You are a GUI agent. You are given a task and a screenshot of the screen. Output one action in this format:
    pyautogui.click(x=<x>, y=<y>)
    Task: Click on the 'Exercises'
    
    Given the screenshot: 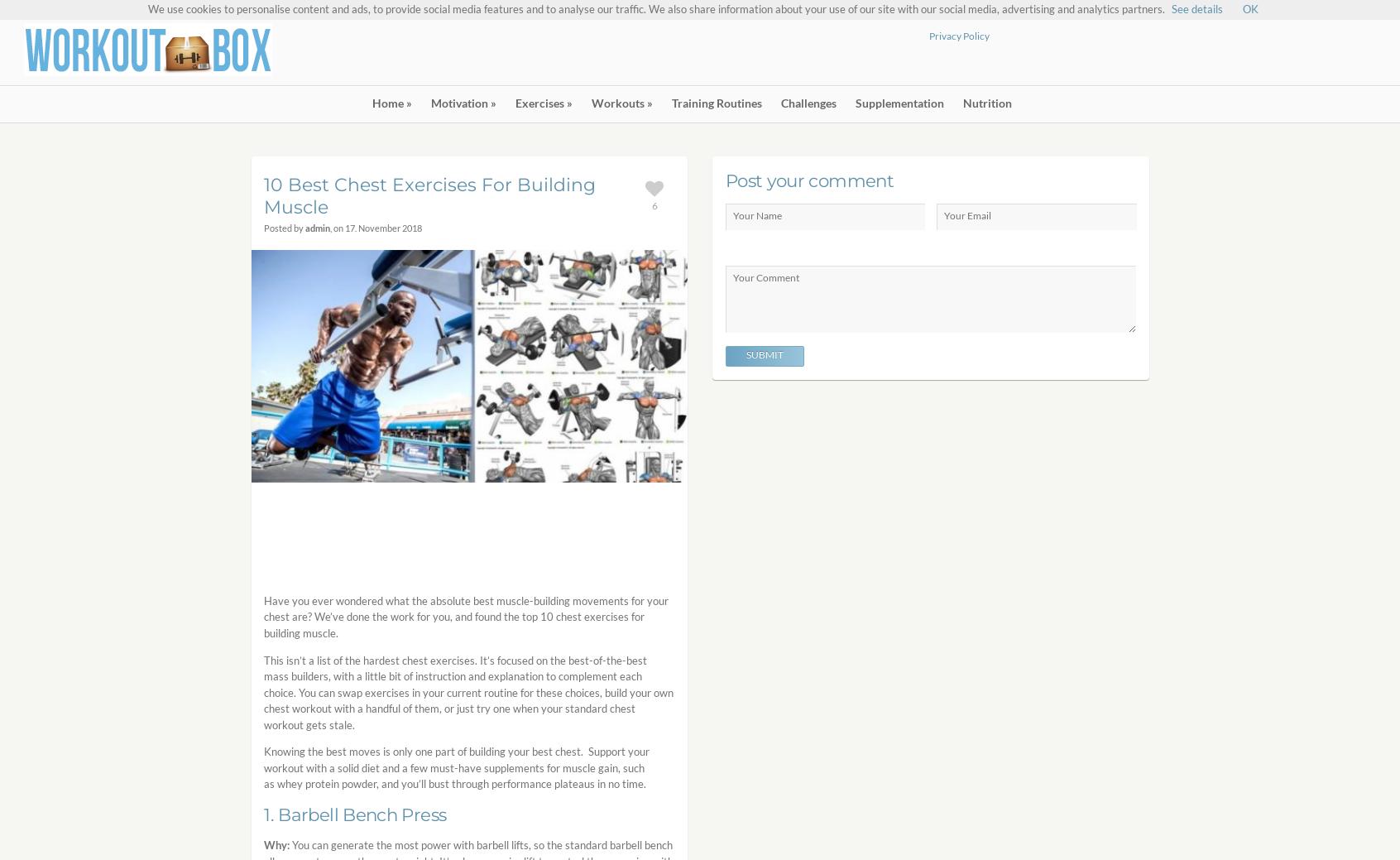 What is the action you would take?
    pyautogui.click(x=539, y=102)
    